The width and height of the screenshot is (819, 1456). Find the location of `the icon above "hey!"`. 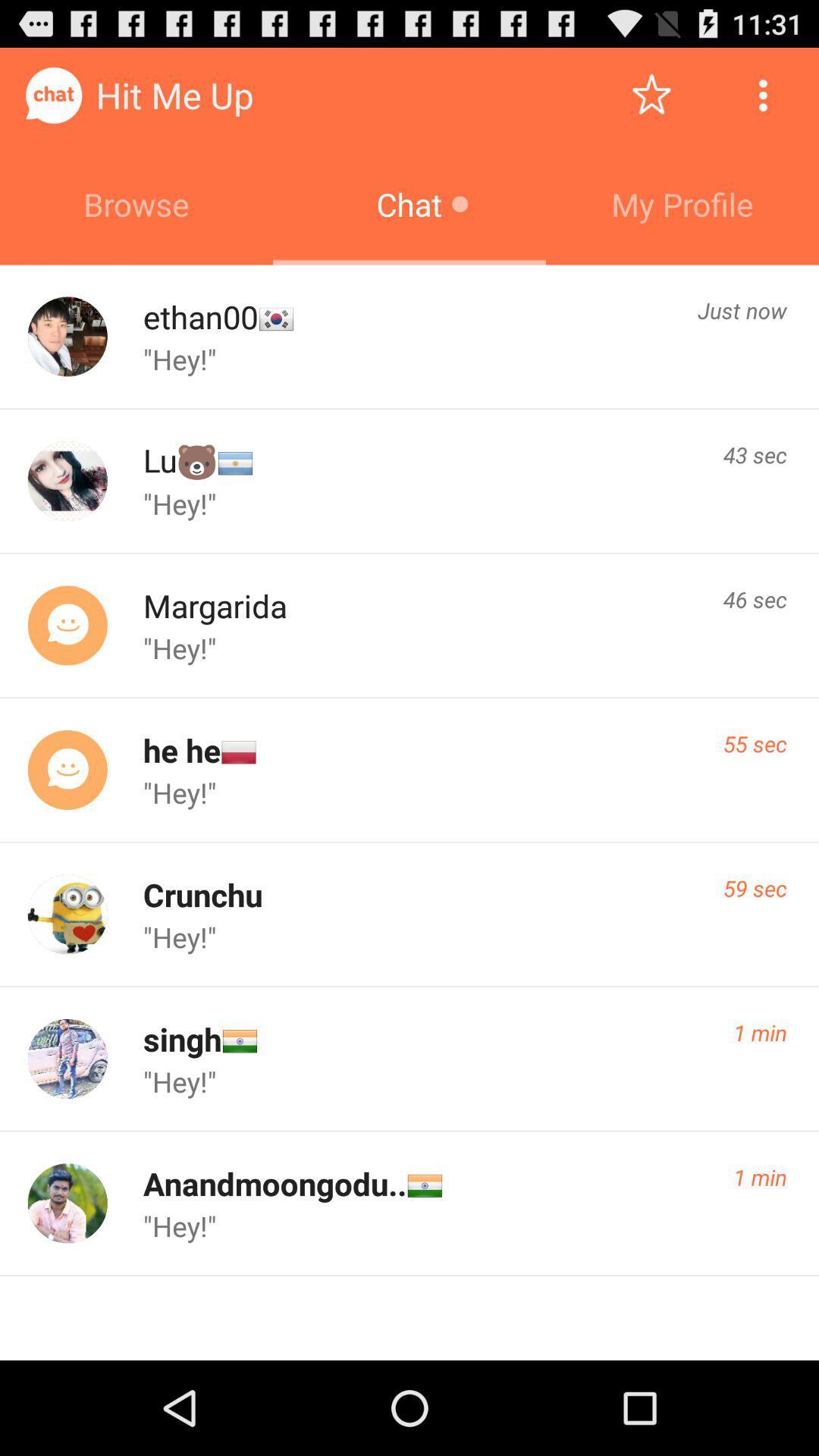

the icon above "hey!" is located at coordinates (755, 743).